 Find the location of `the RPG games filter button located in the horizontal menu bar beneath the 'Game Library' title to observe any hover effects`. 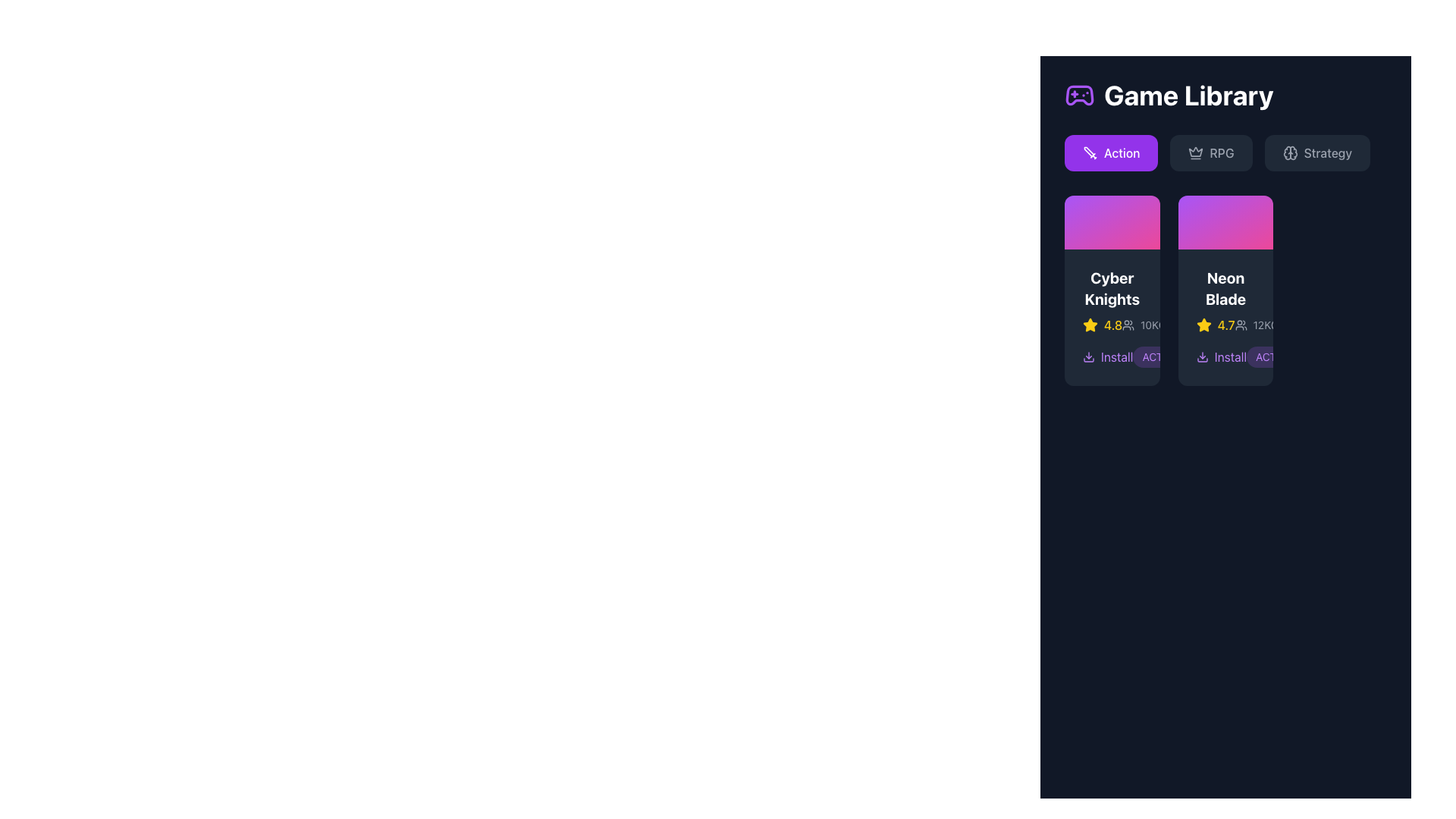

the RPG games filter button located in the horizontal menu bar beneath the 'Game Library' title to observe any hover effects is located at coordinates (1225, 152).